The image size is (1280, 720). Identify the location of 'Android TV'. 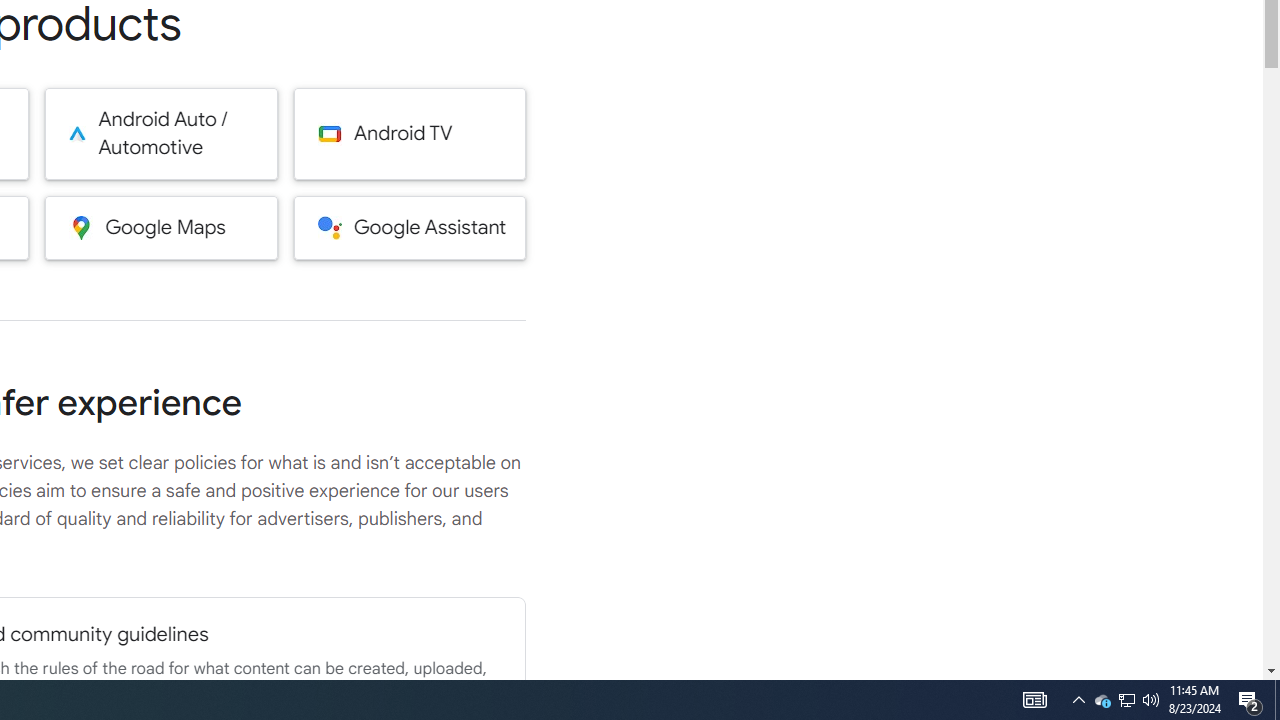
(409, 133).